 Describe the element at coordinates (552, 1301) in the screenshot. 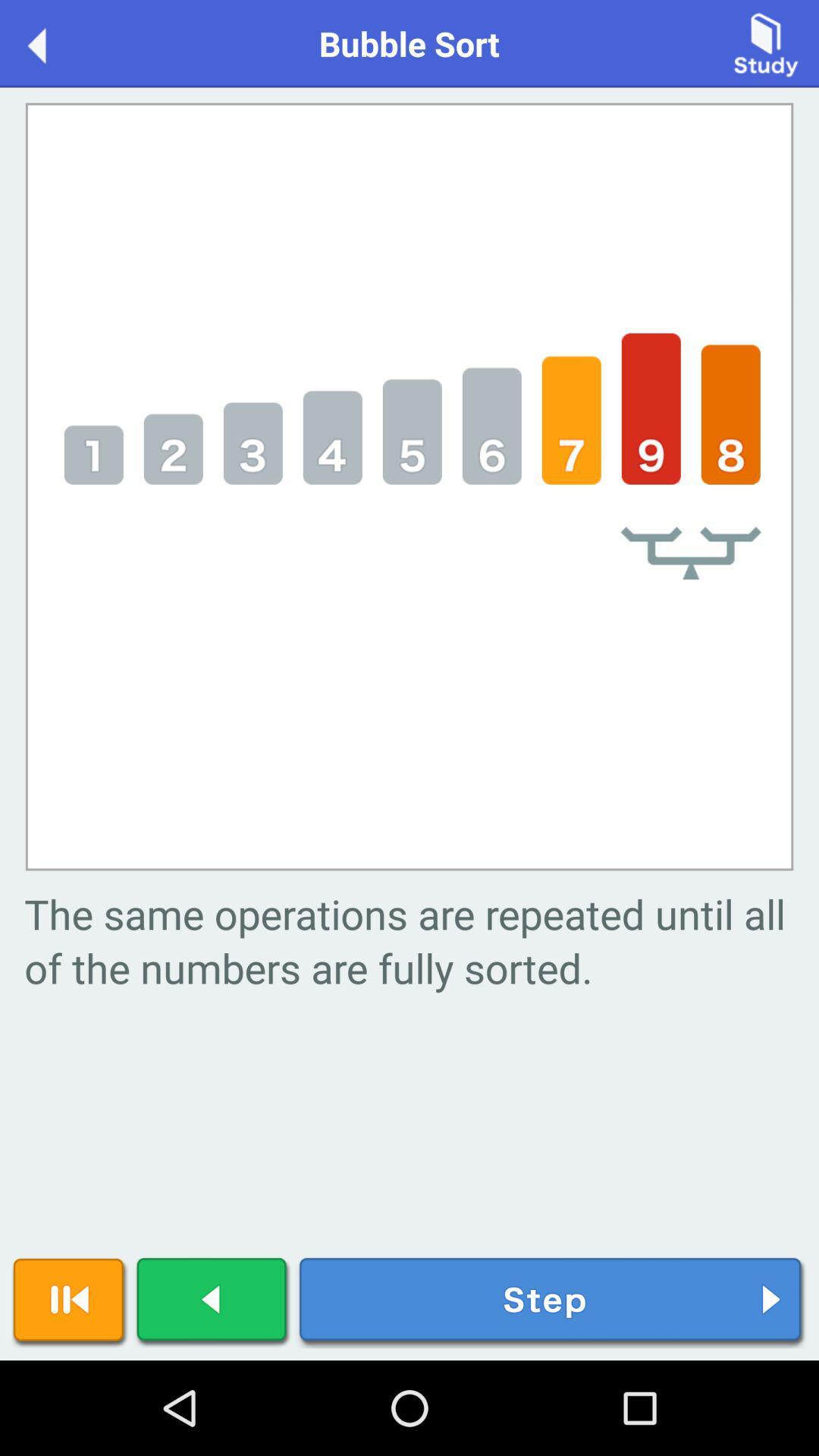

I see `next step` at that location.